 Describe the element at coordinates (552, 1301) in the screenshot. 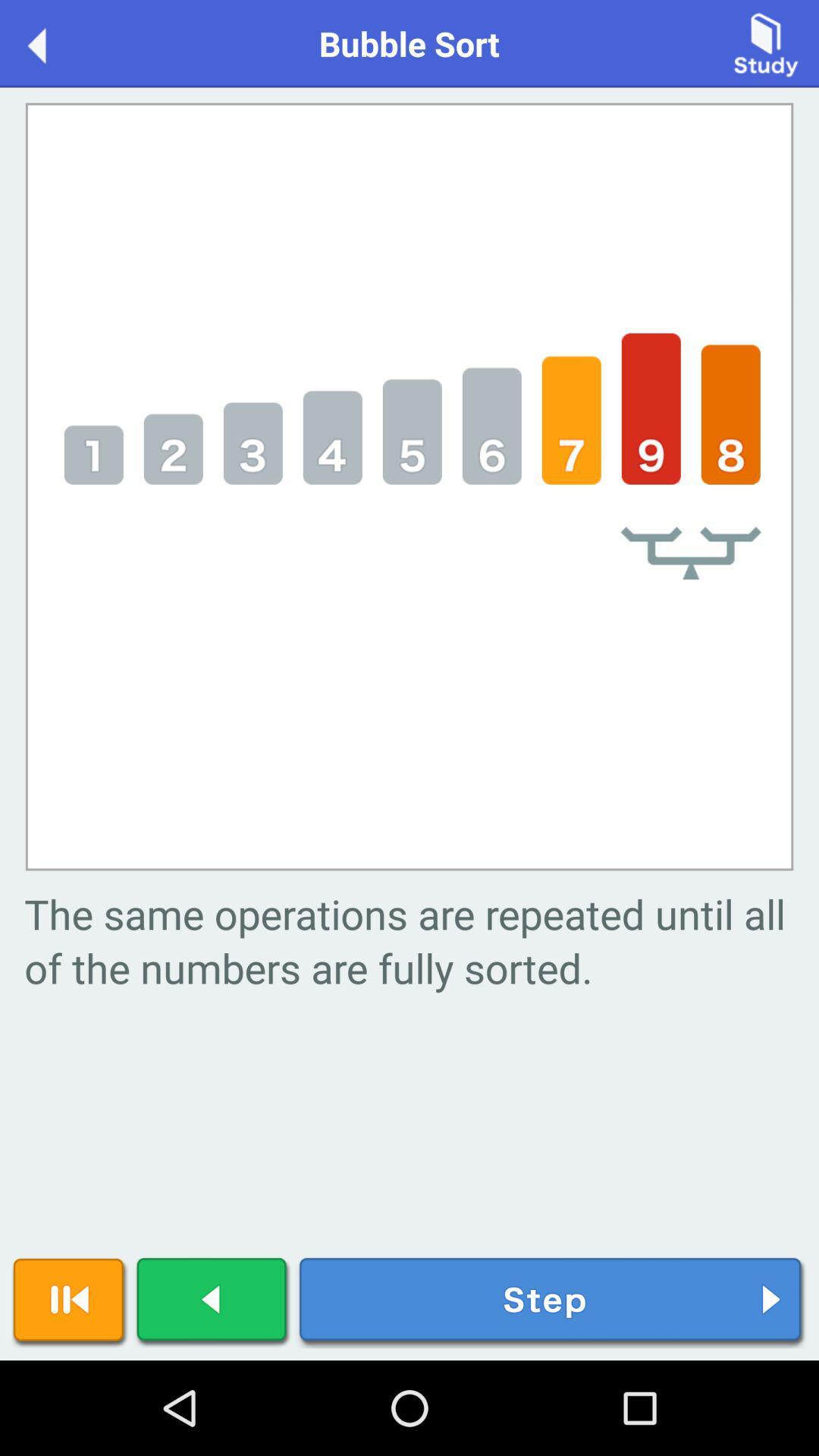

I see `next step` at that location.